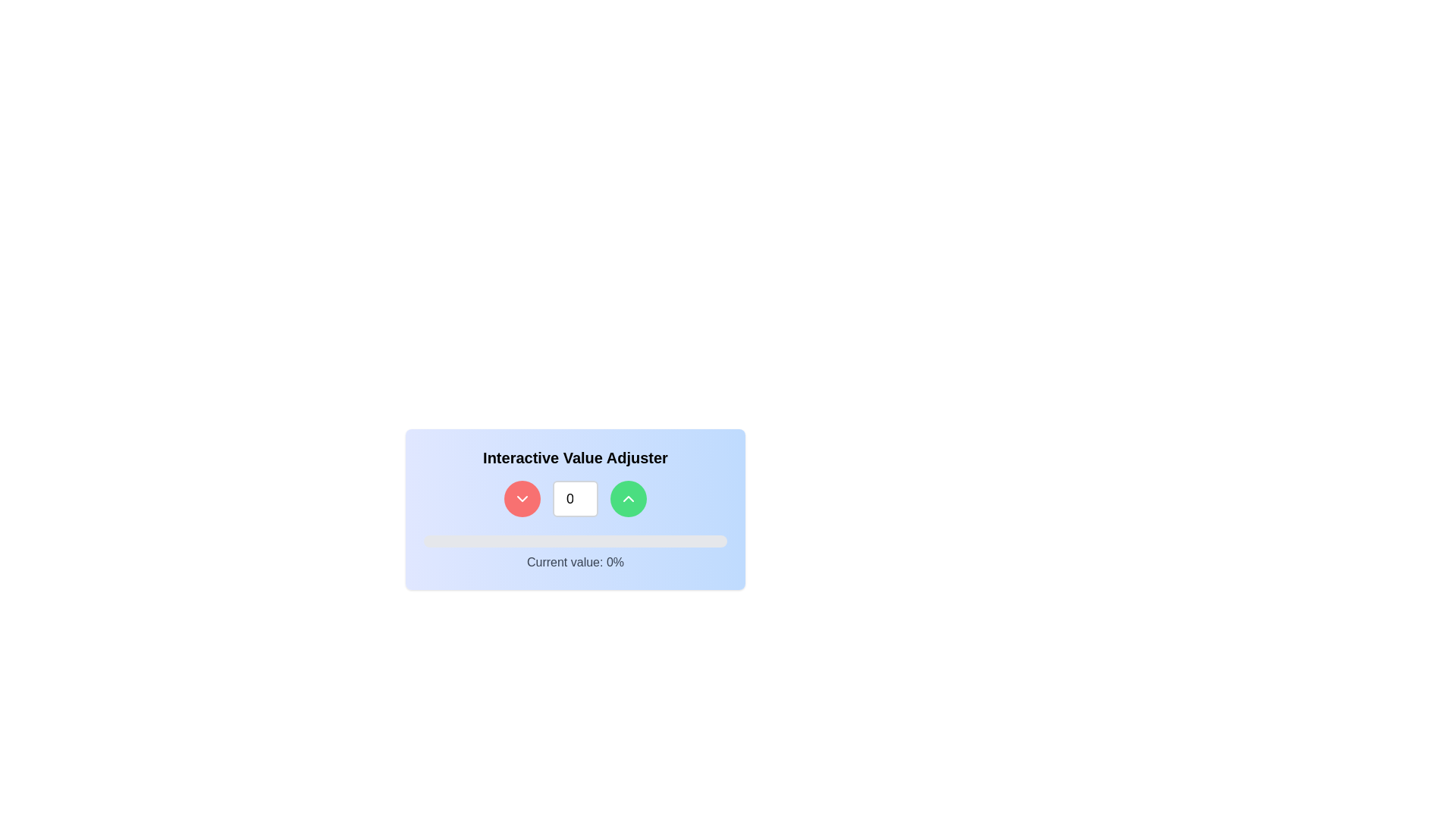 The width and height of the screenshot is (1456, 819). Describe the element at coordinates (629, 499) in the screenshot. I see `the triangular-shaped button with a green circular background` at that location.